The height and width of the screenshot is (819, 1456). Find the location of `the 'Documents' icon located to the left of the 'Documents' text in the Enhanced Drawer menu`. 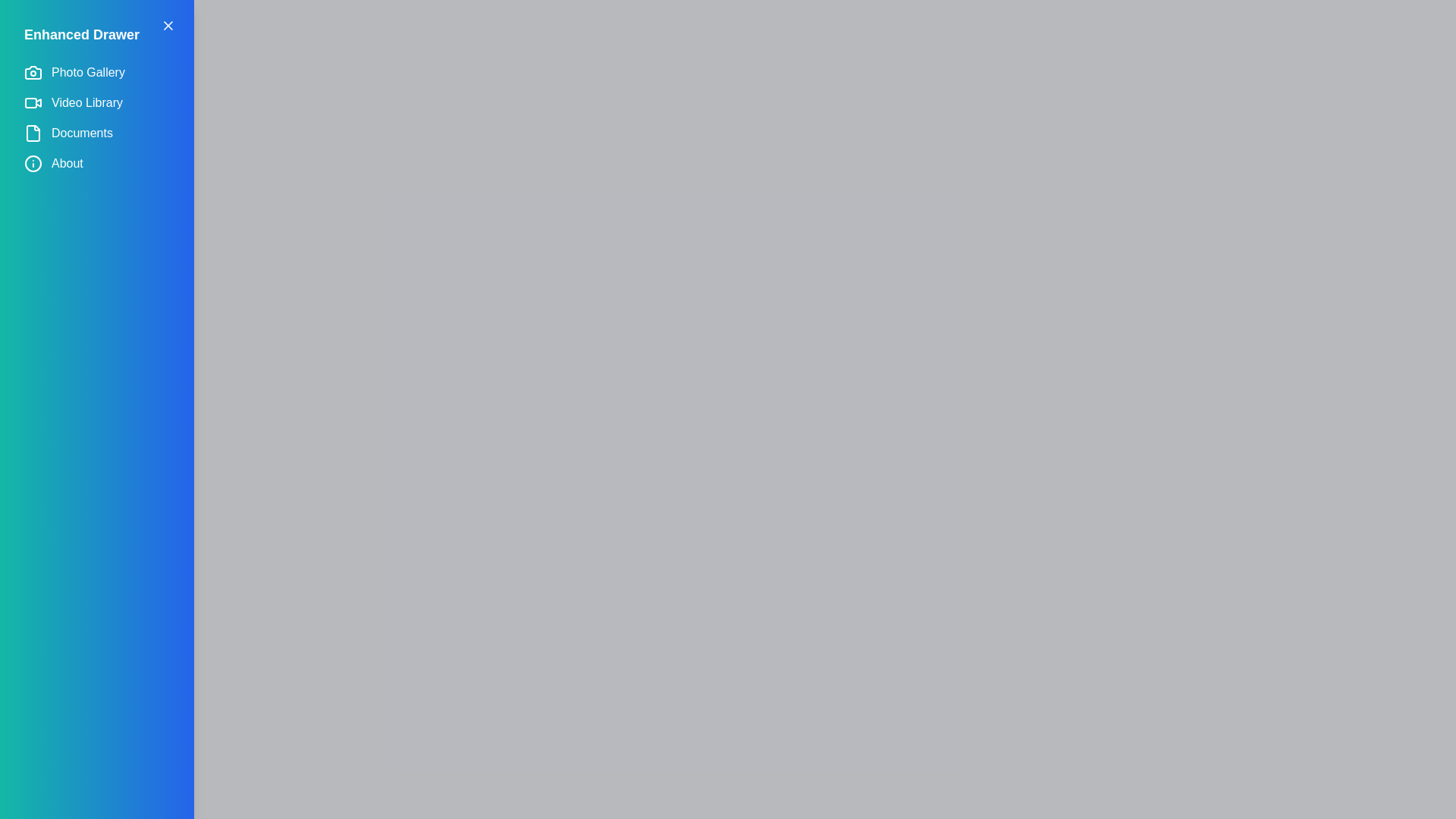

the 'Documents' icon located to the left of the 'Documents' text in the Enhanced Drawer menu is located at coordinates (33, 133).